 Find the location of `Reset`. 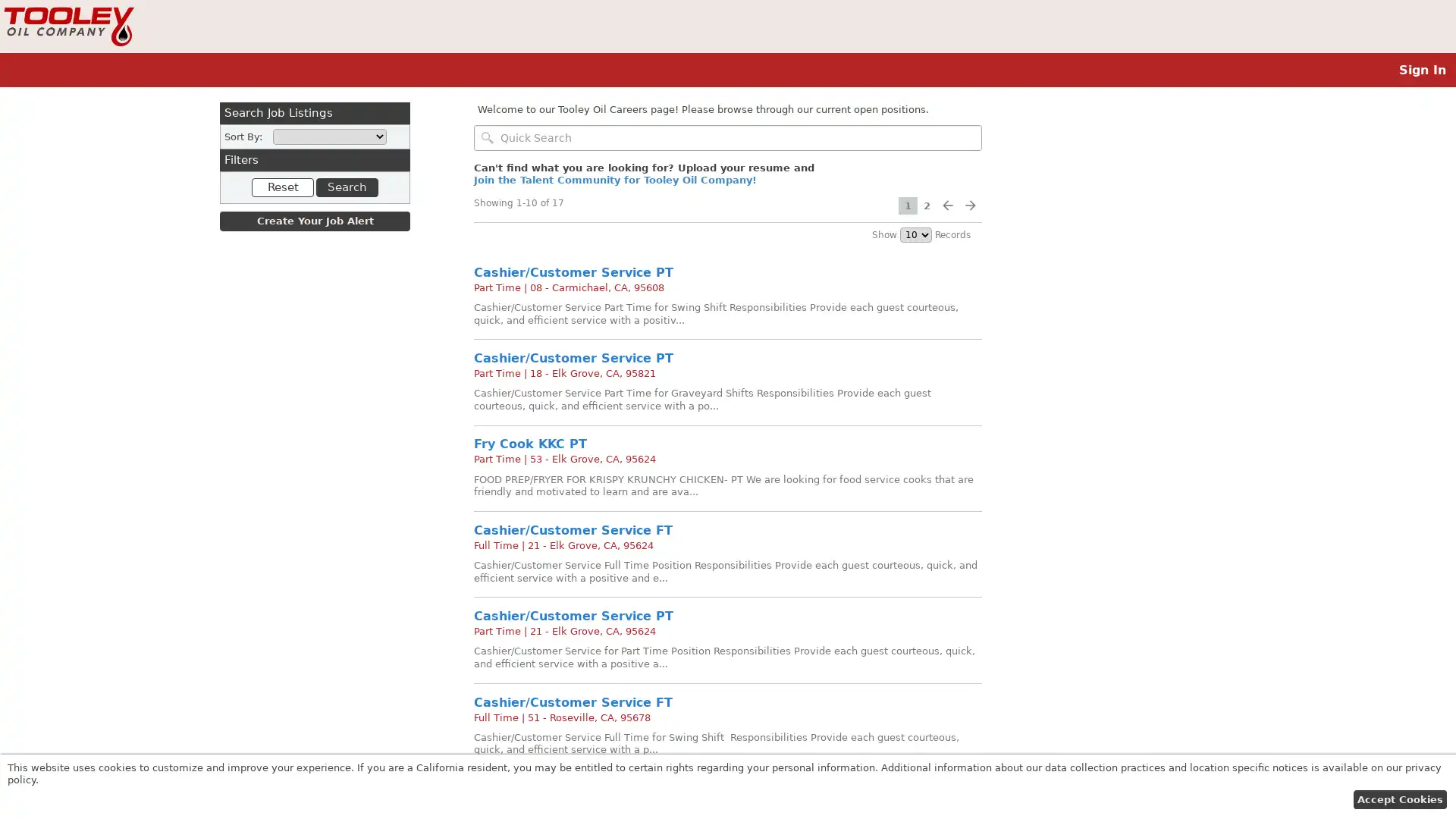

Reset is located at coordinates (283, 186).